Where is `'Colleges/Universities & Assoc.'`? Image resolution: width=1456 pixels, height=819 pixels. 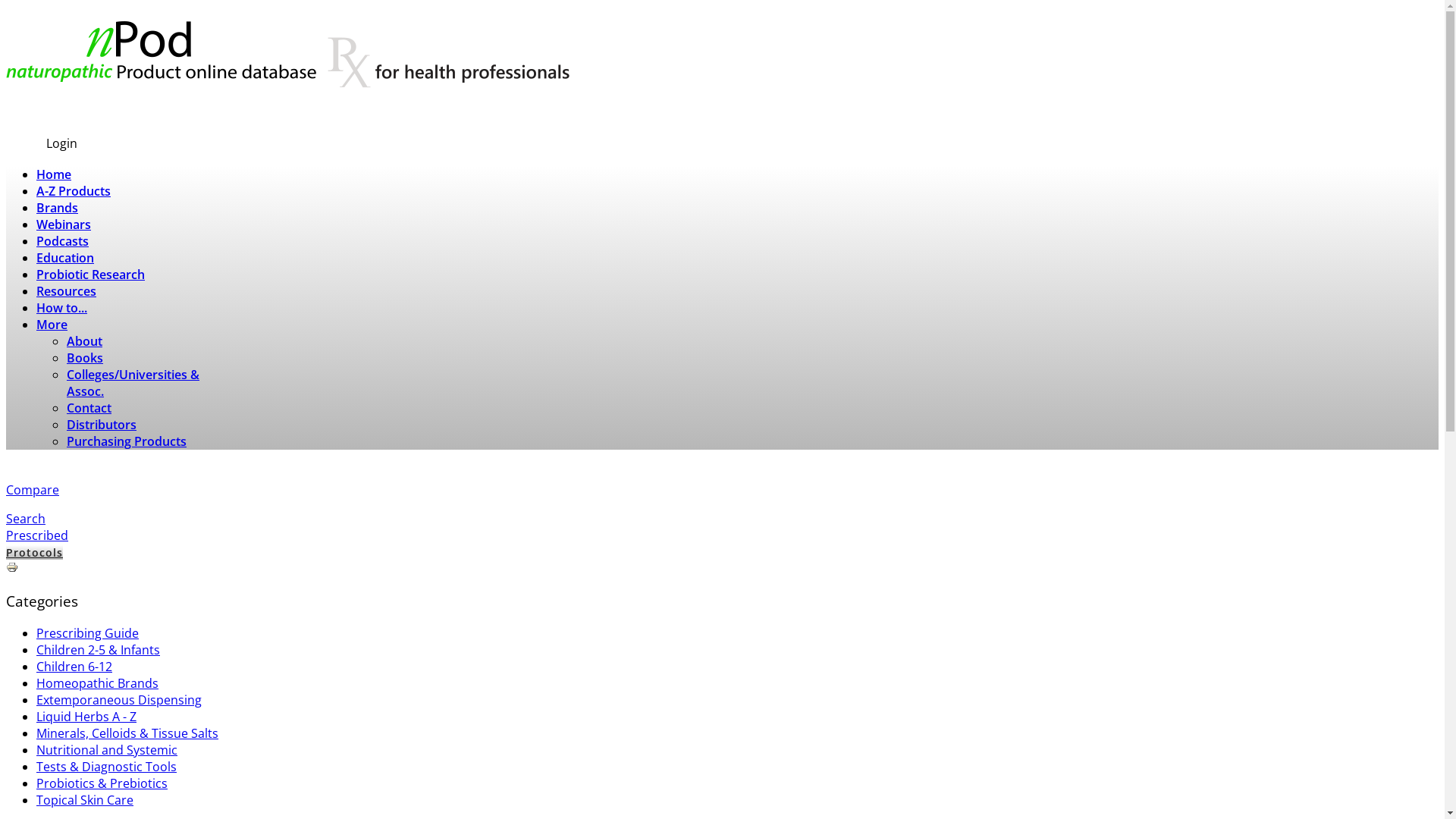
'Colleges/Universities & Assoc.' is located at coordinates (133, 382).